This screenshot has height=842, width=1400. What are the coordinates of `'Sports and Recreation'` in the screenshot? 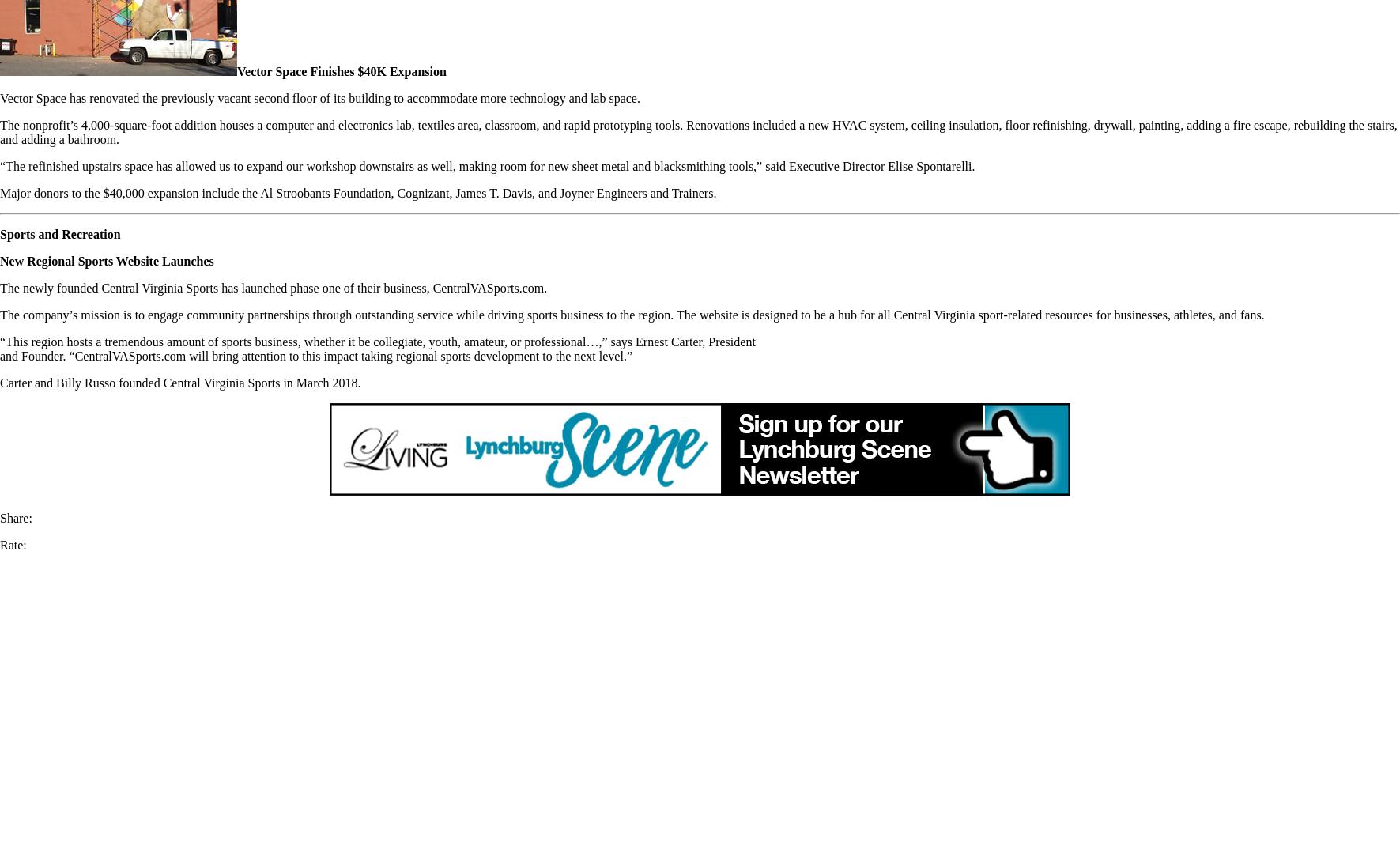 It's located at (58, 233).